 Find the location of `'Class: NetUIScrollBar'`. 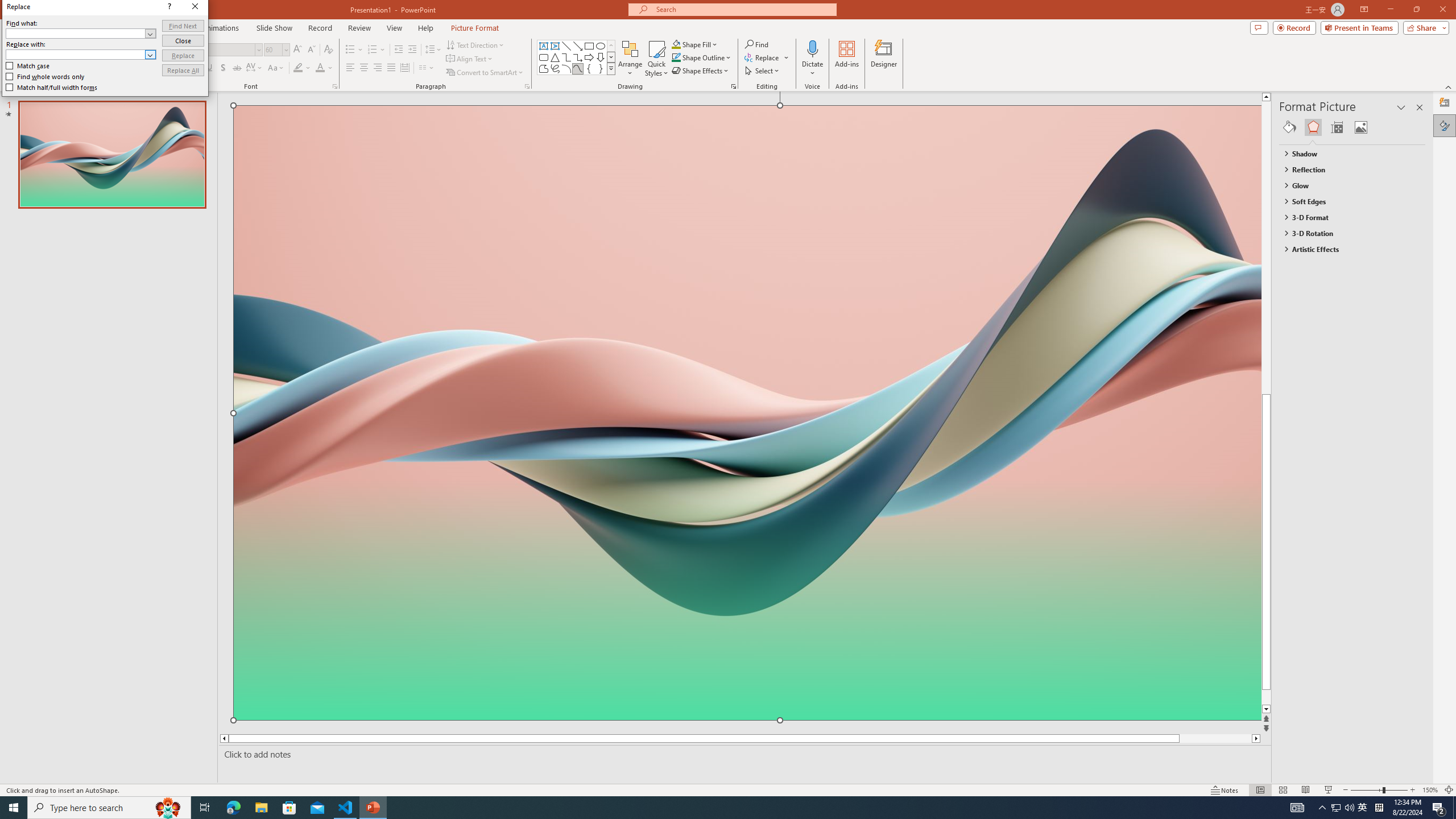

'Class: NetUIScrollBar' is located at coordinates (1420, 460).